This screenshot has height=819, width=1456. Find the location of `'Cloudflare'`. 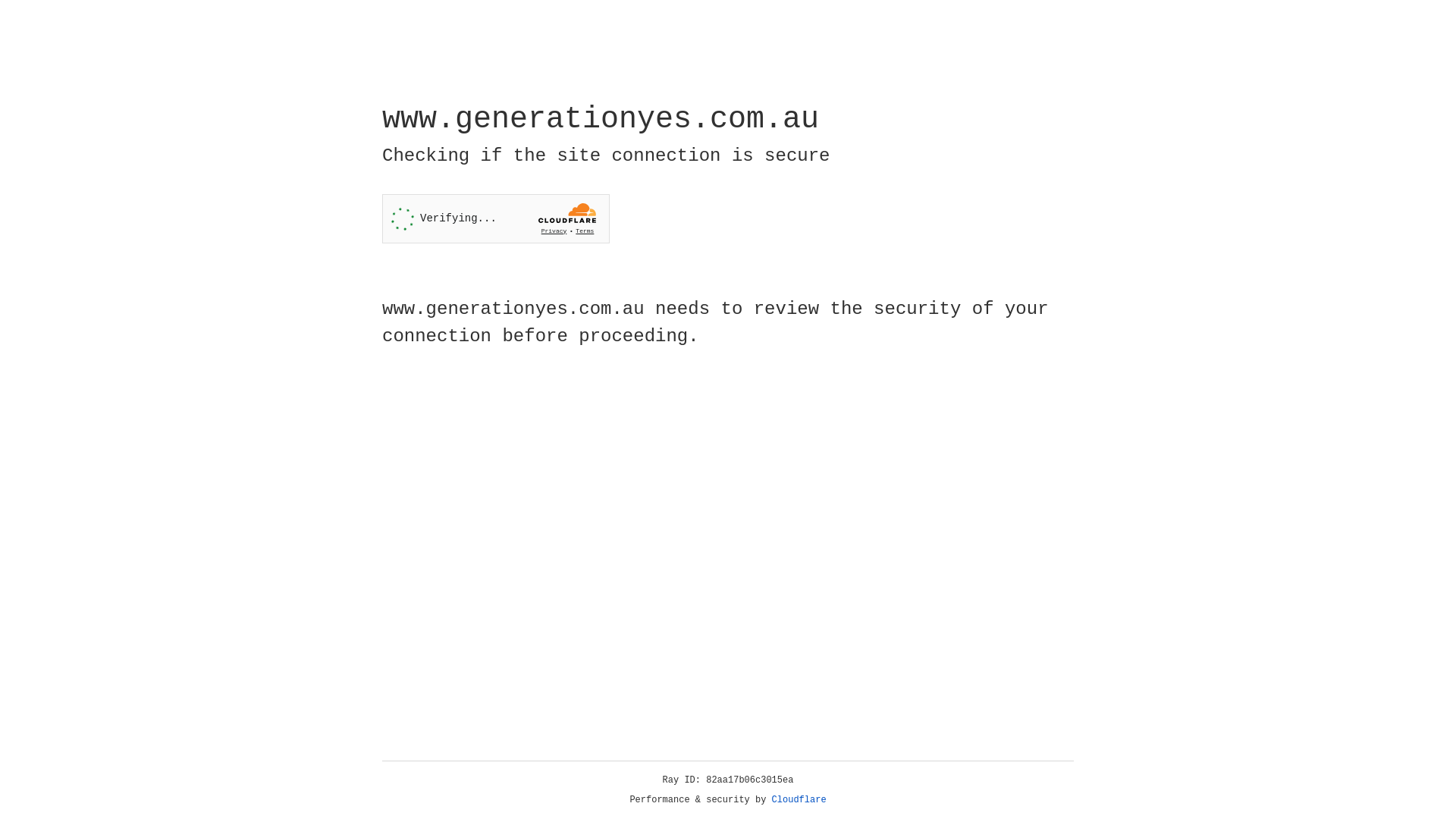

'Cloudflare' is located at coordinates (799, 799).